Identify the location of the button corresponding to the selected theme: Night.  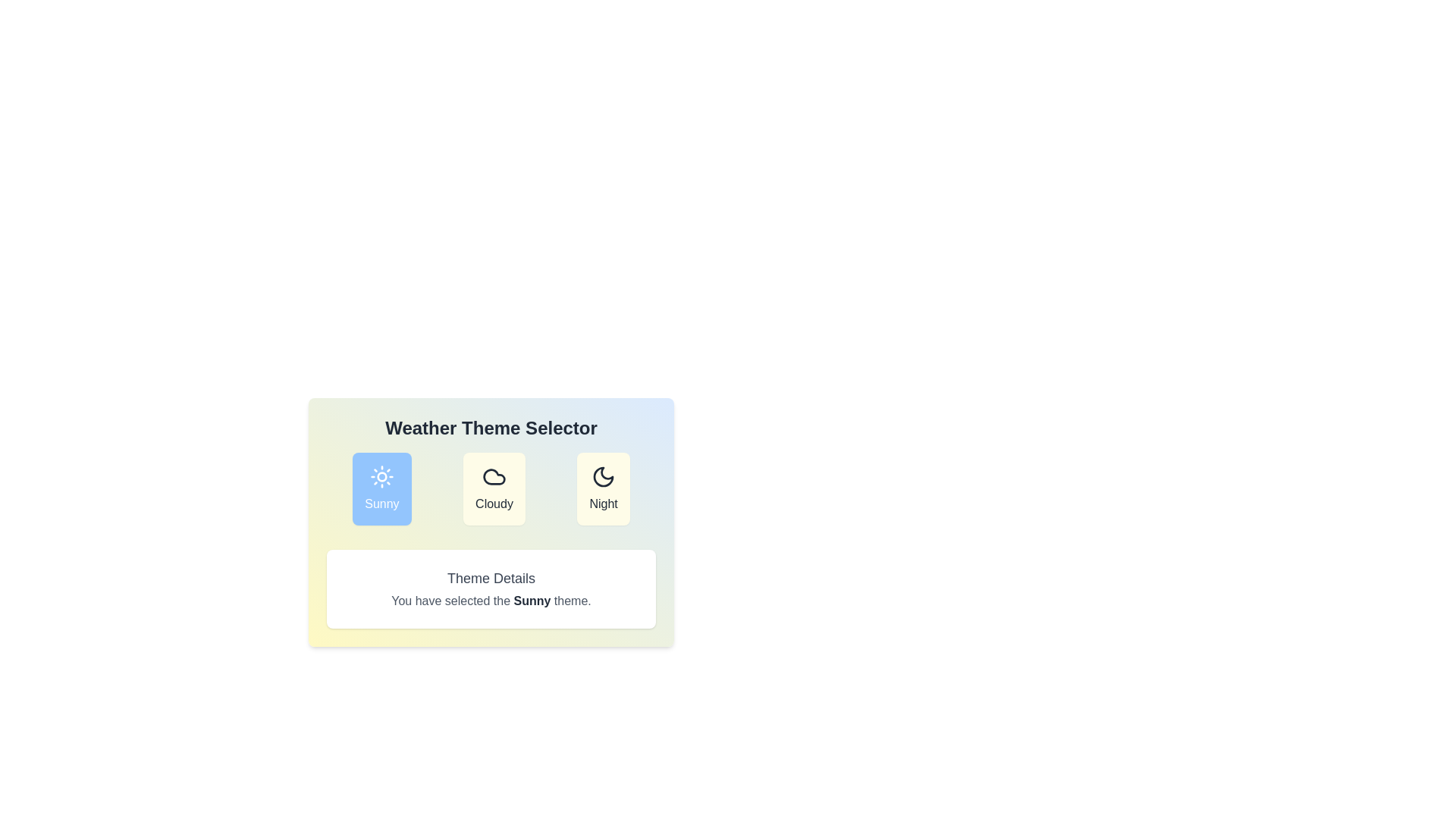
(603, 488).